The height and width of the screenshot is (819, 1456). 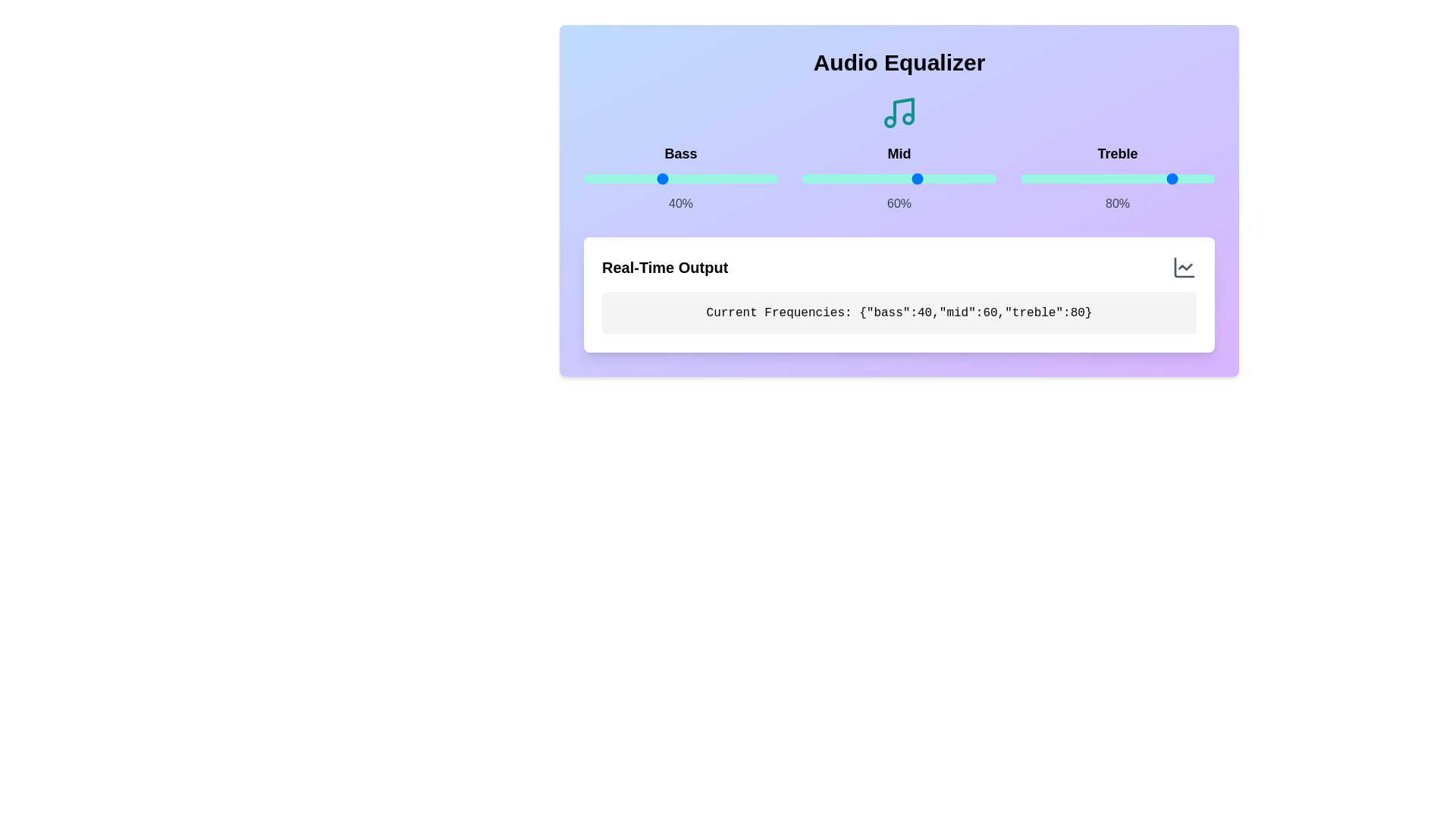 I want to click on the Interactive audio equalizer interface, which features a gradient background, the title 'Audio Equalizer', a music note icon, sliders for 'Bass', 'Mid', and 'Treble', and a 'Real-Time Output' section, so click(x=899, y=200).